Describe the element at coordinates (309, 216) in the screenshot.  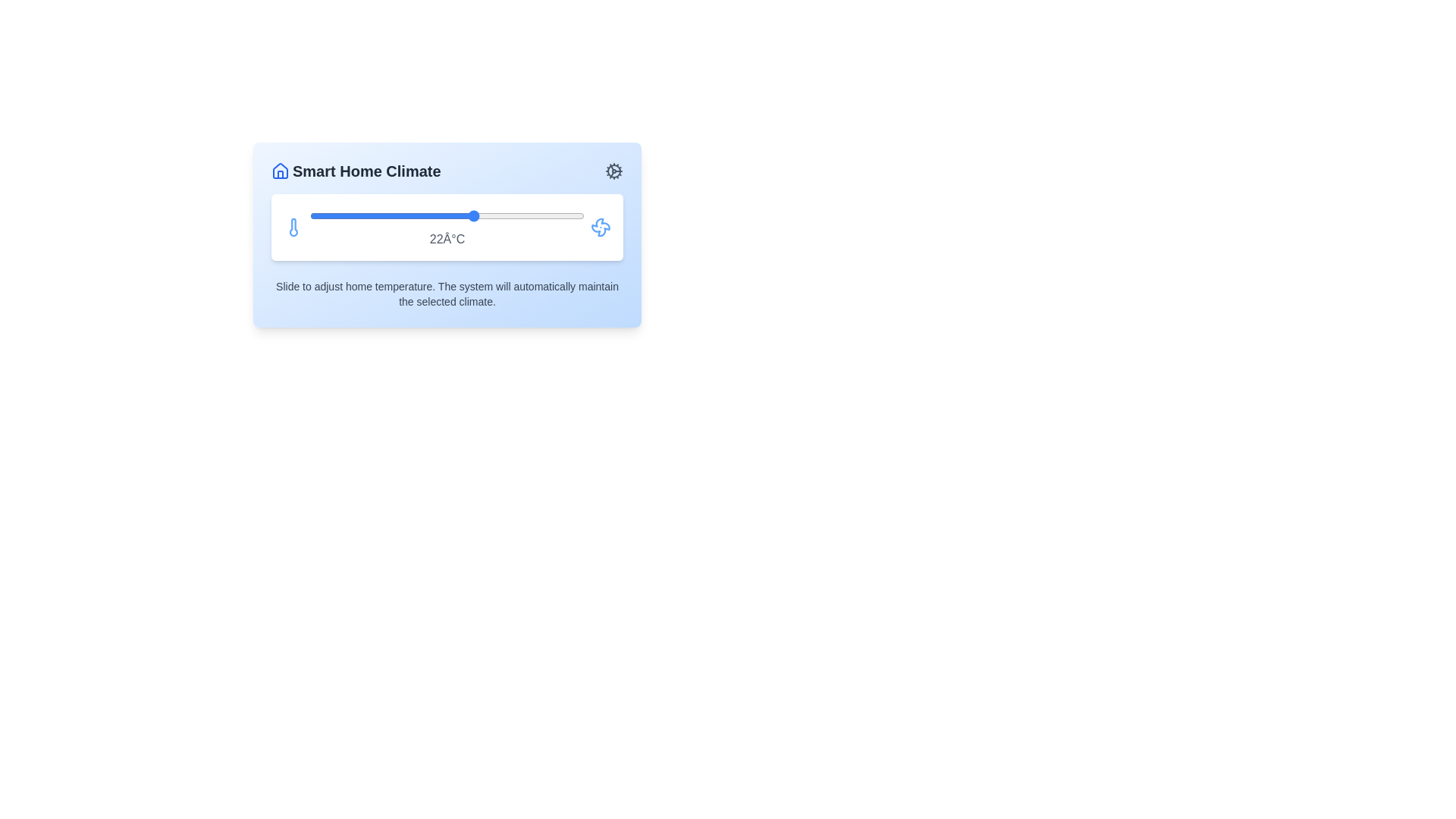
I see `the temperature to 10°C using the slider` at that location.